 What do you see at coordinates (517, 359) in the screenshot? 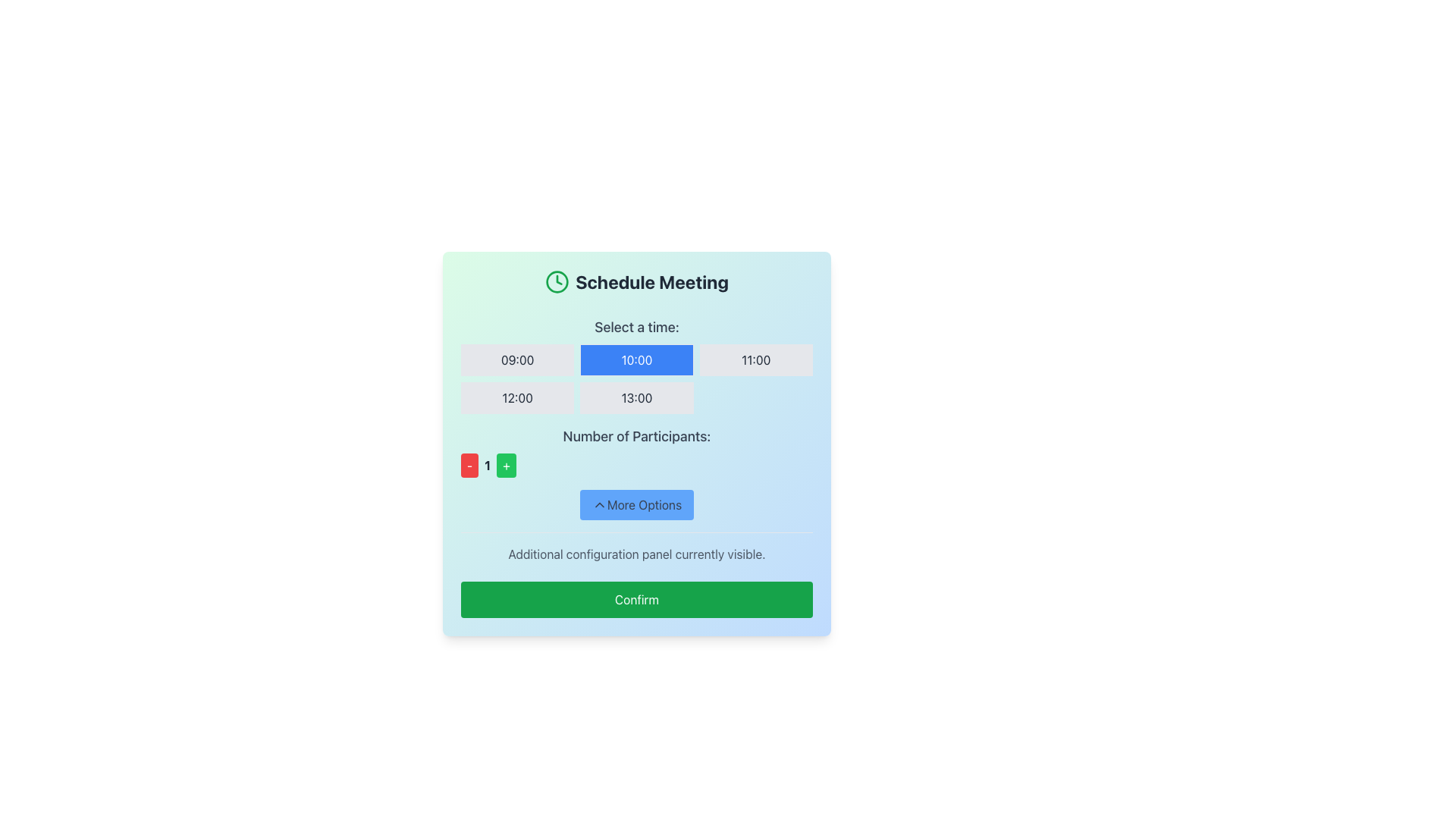
I see `the time selection button labeled '09:00', which is the first button in the top row of the grid layout` at bounding box center [517, 359].